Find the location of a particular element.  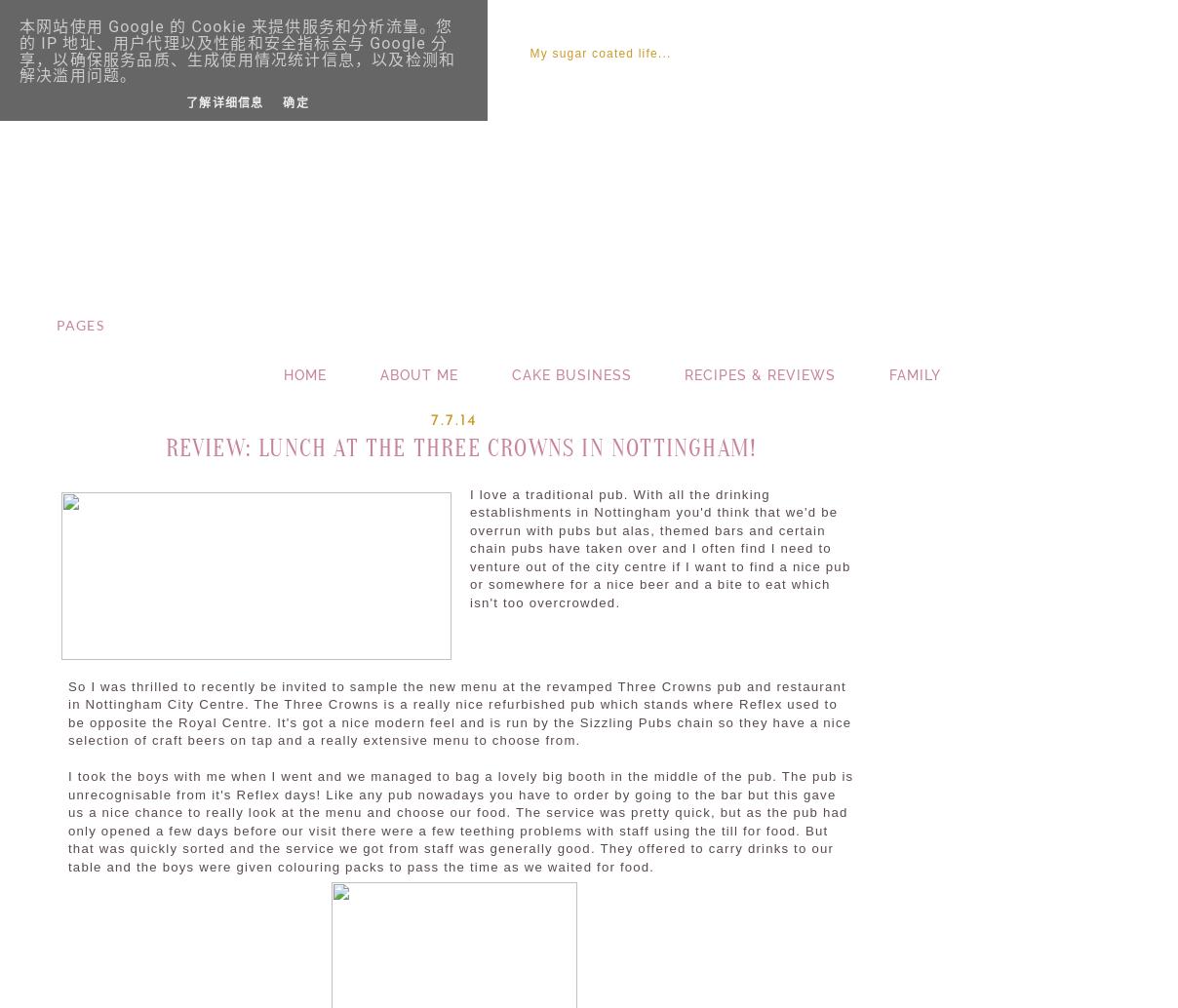

'Pages' is located at coordinates (78, 324).